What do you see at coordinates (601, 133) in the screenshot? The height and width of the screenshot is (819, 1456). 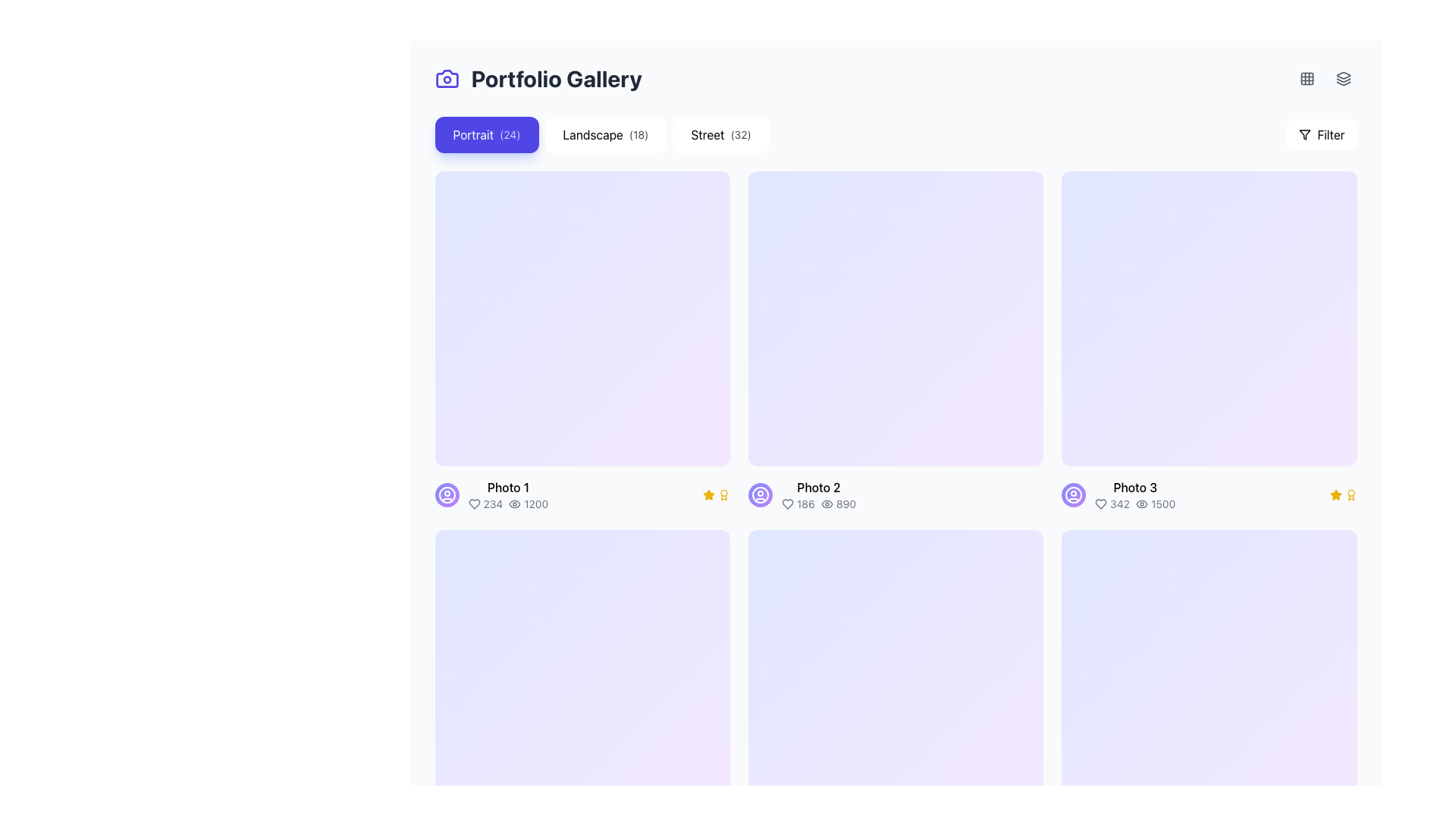 I see `the second button labeled 'Landscape (18)' in the horizontally aligned button group located below the 'Portfolio Gallery' title` at bounding box center [601, 133].